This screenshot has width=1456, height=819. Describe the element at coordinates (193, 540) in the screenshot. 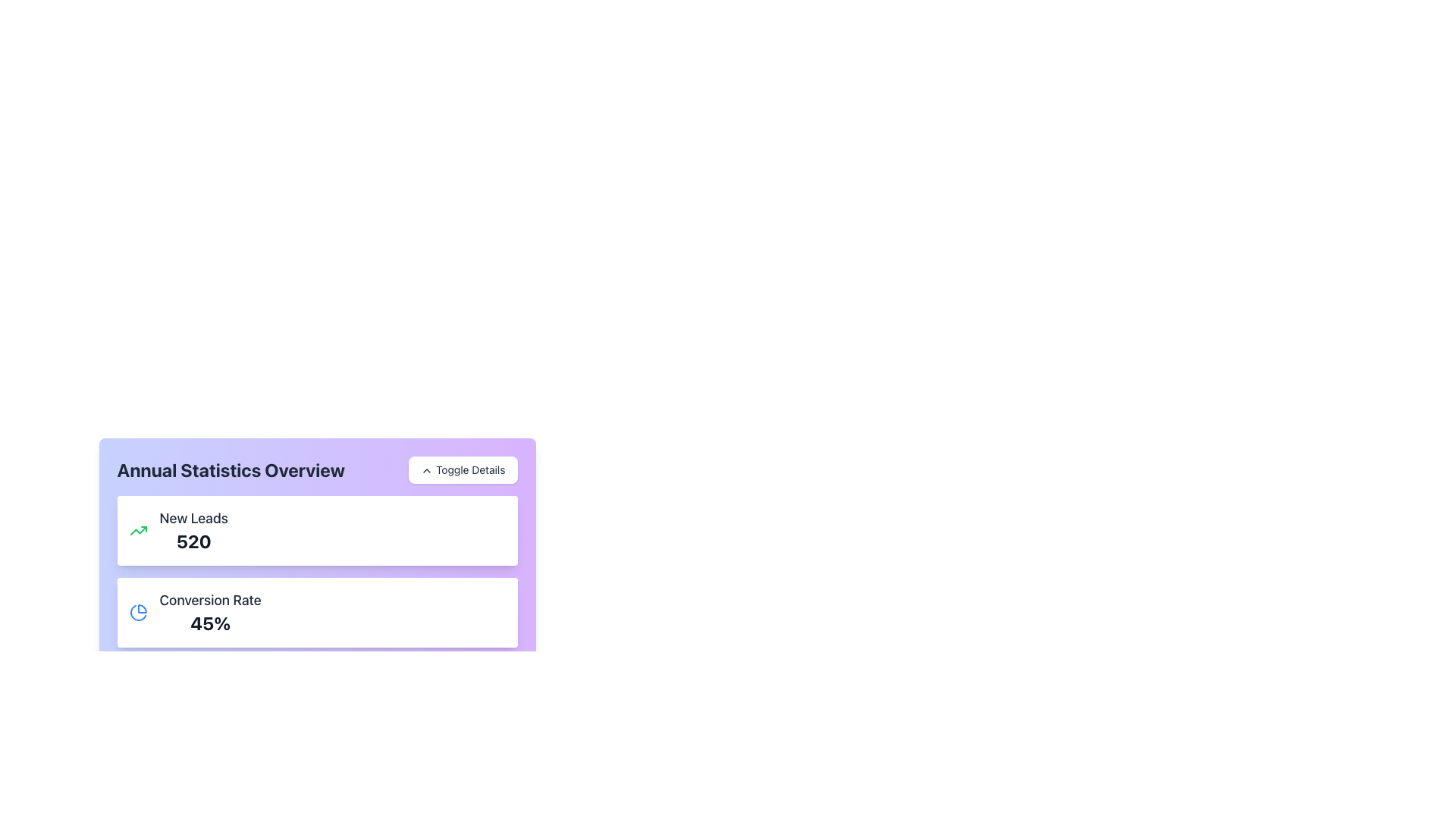

I see `the text element displaying the number of new leads, which is located within the 'New Leads' card under the 'Annual Statistics Overview' heading` at that location.